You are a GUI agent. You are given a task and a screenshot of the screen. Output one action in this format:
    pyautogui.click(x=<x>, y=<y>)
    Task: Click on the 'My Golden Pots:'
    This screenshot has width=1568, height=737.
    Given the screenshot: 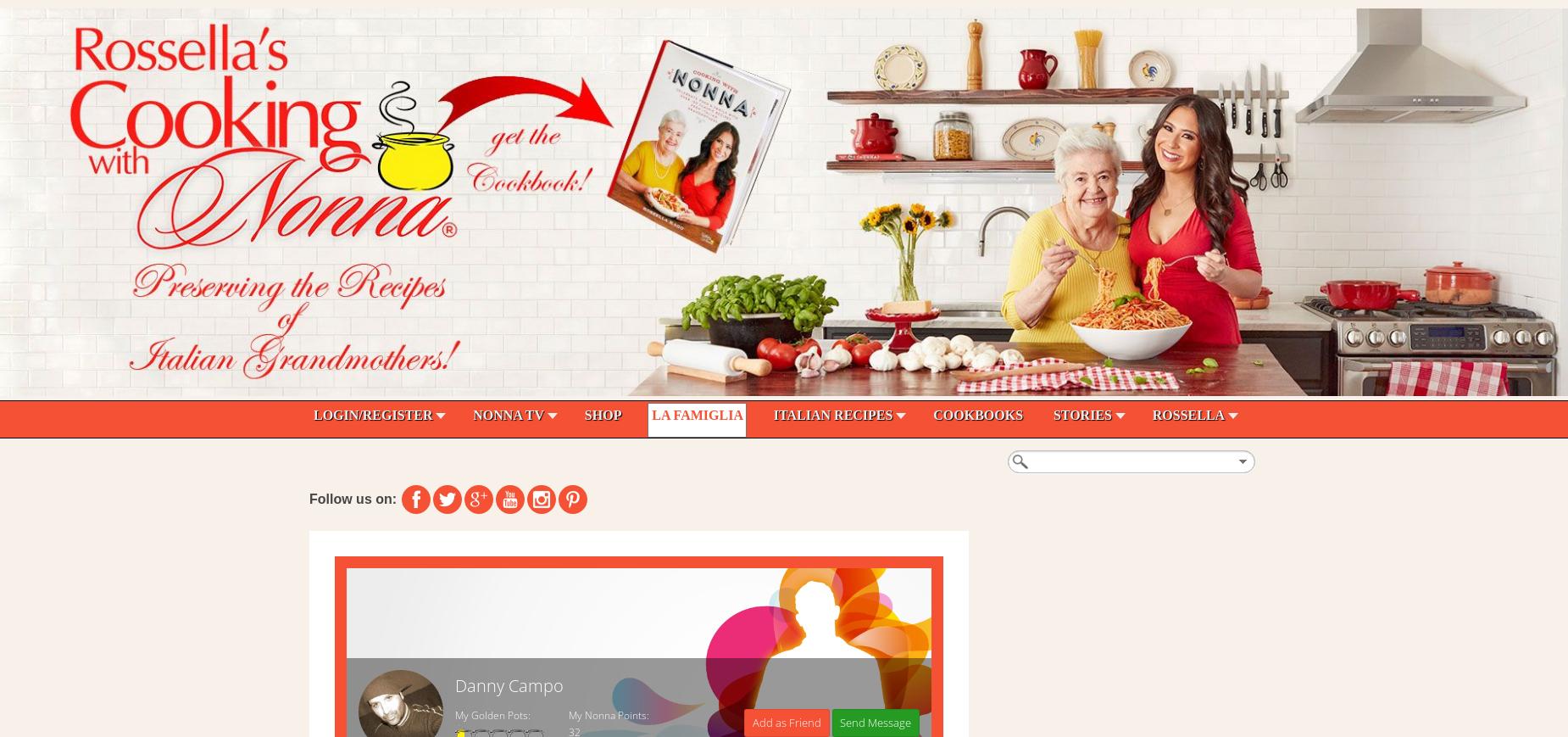 What is the action you would take?
    pyautogui.click(x=492, y=715)
    